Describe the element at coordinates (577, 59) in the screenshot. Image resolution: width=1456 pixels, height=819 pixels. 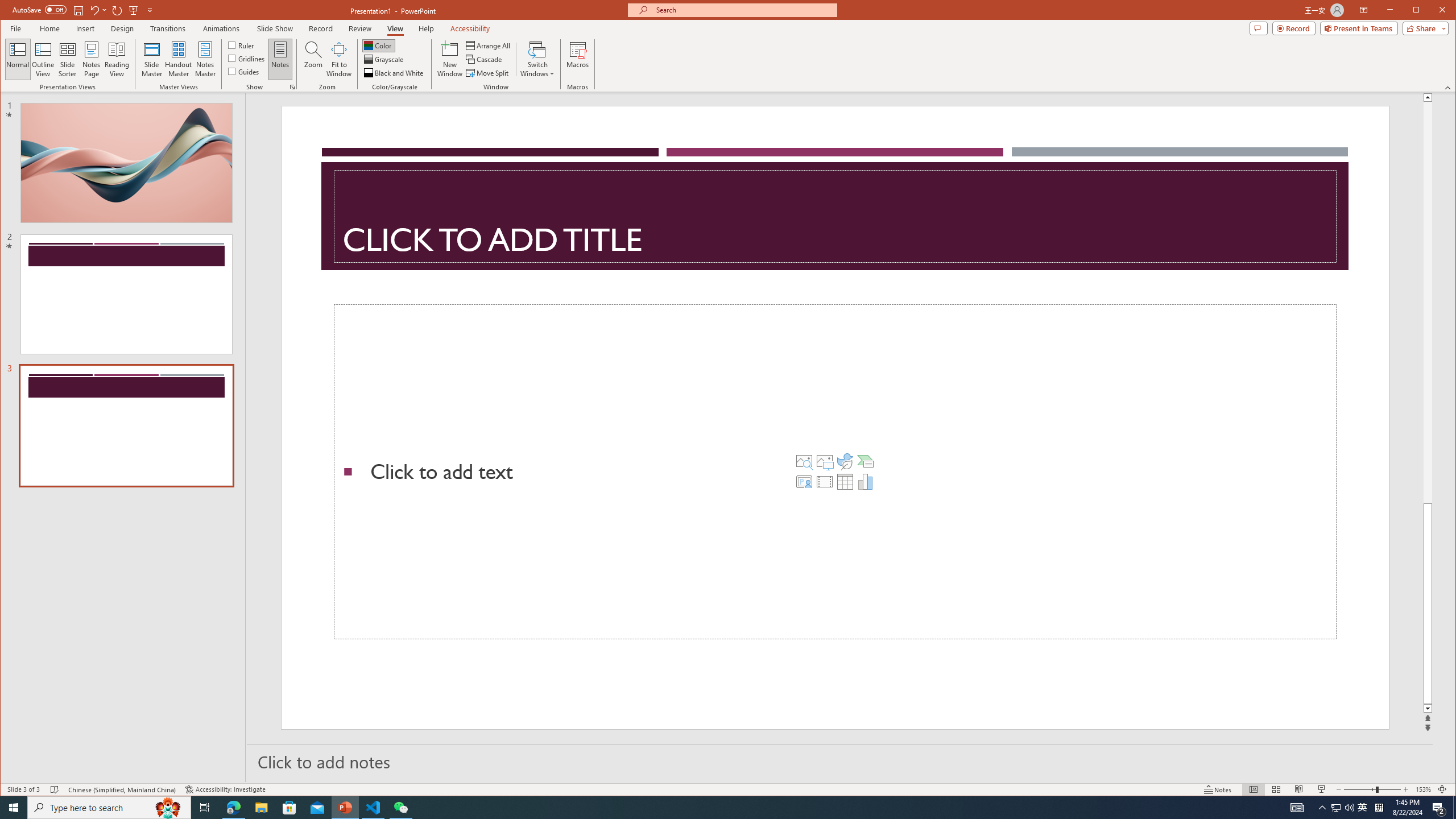
I see `'Macros'` at that location.